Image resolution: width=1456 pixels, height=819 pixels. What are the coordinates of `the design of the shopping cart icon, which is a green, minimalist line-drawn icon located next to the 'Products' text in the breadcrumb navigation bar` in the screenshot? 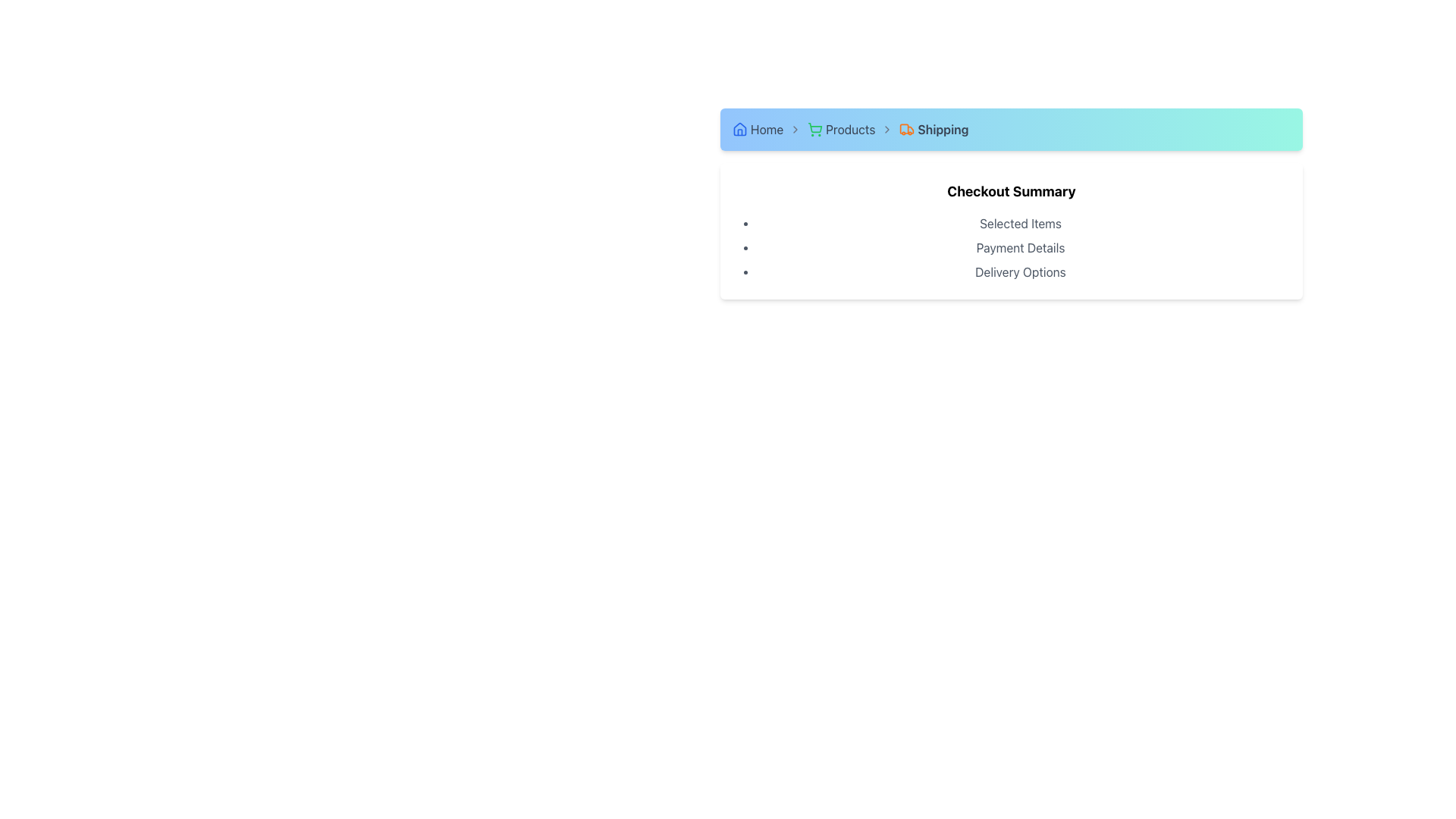 It's located at (814, 128).